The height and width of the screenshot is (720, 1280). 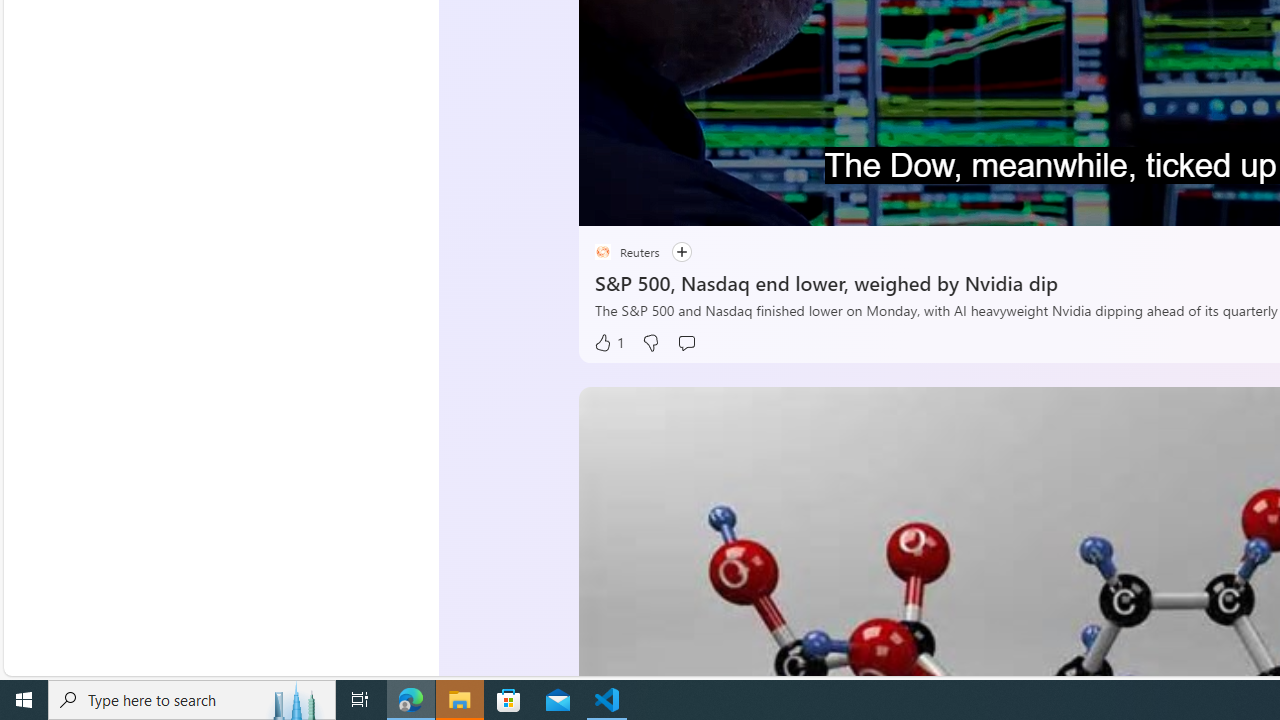 I want to click on '1 Like', so click(x=607, y=342).